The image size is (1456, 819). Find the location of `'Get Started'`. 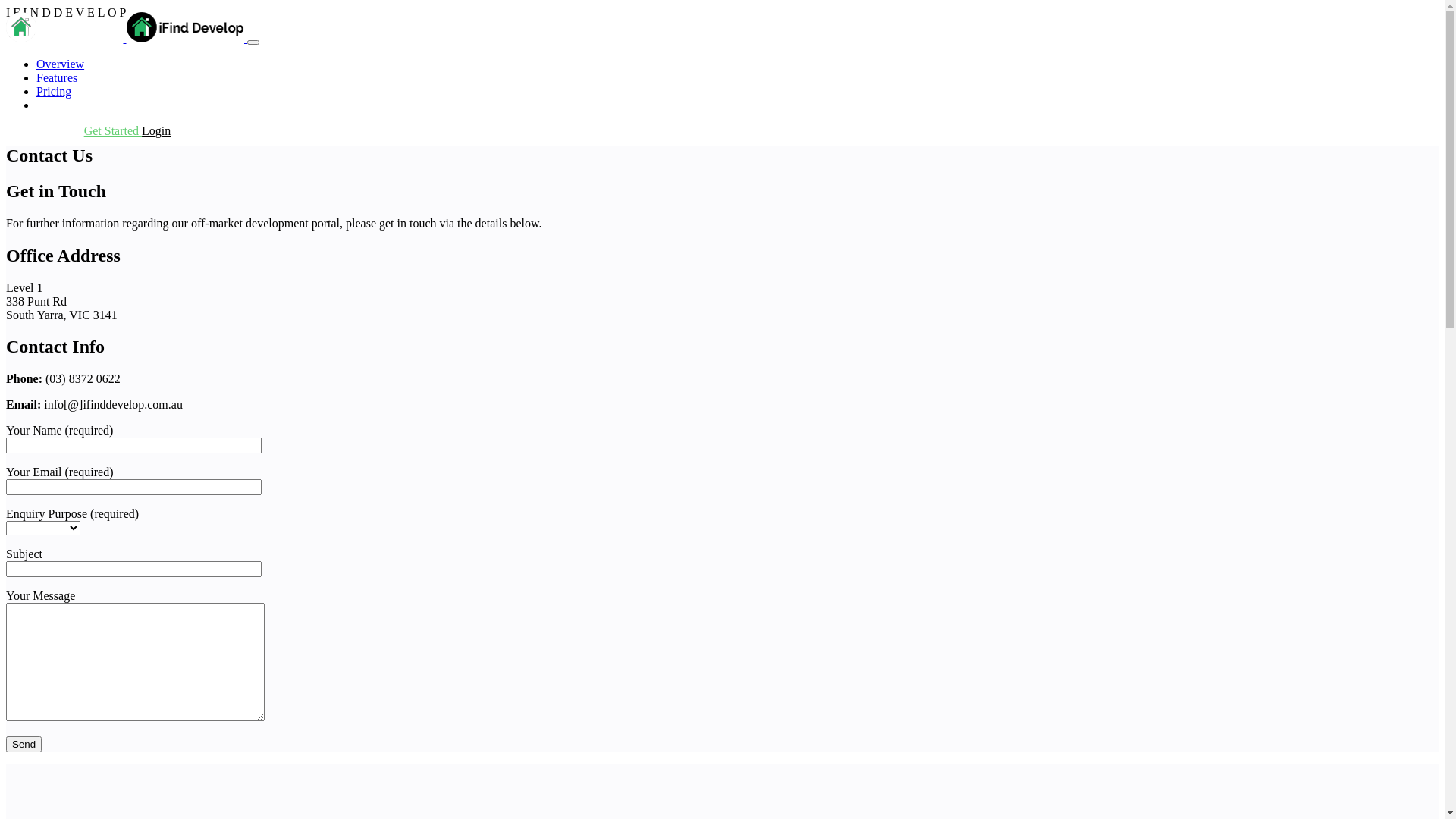

'Get Started' is located at coordinates (111, 130).